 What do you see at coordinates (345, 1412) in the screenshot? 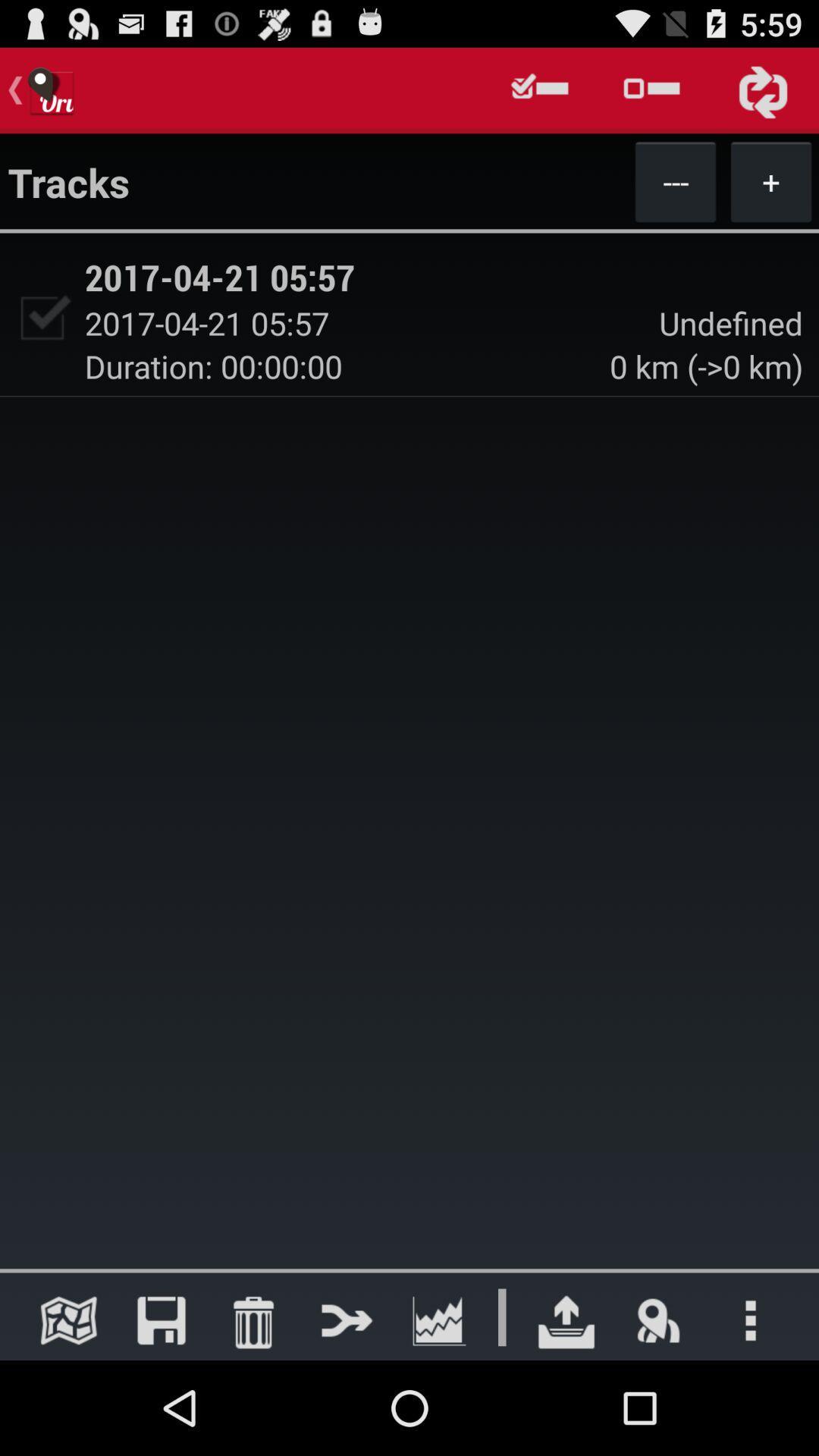
I see `the av_forward icon` at bounding box center [345, 1412].